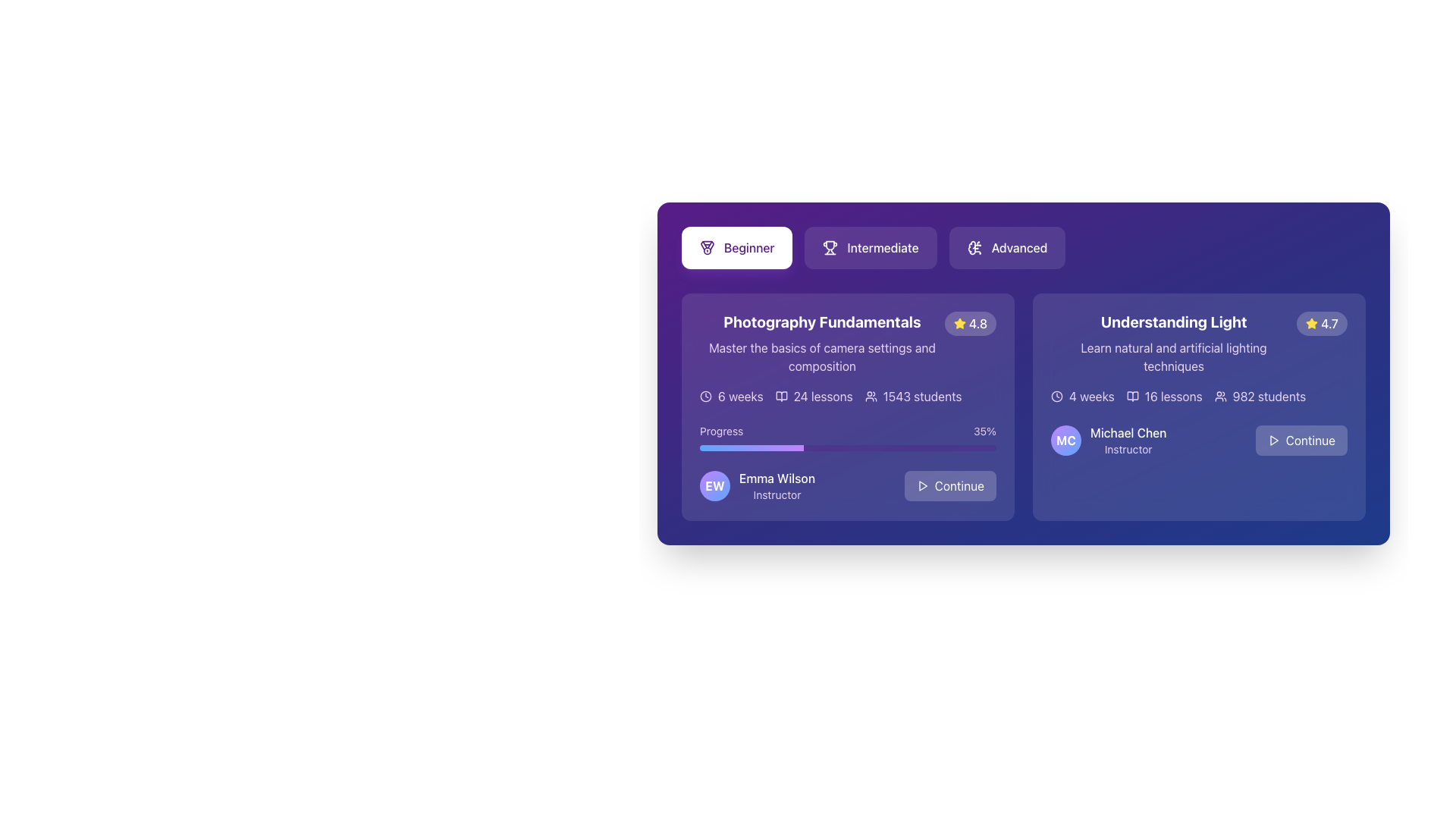 This screenshot has height=819, width=1456. Describe the element at coordinates (921, 485) in the screenshot. I see `the small triangular play icon with a thin outline, located to the left of the 'Continue' text within the rounded button labeled 'Continue'` at that location.